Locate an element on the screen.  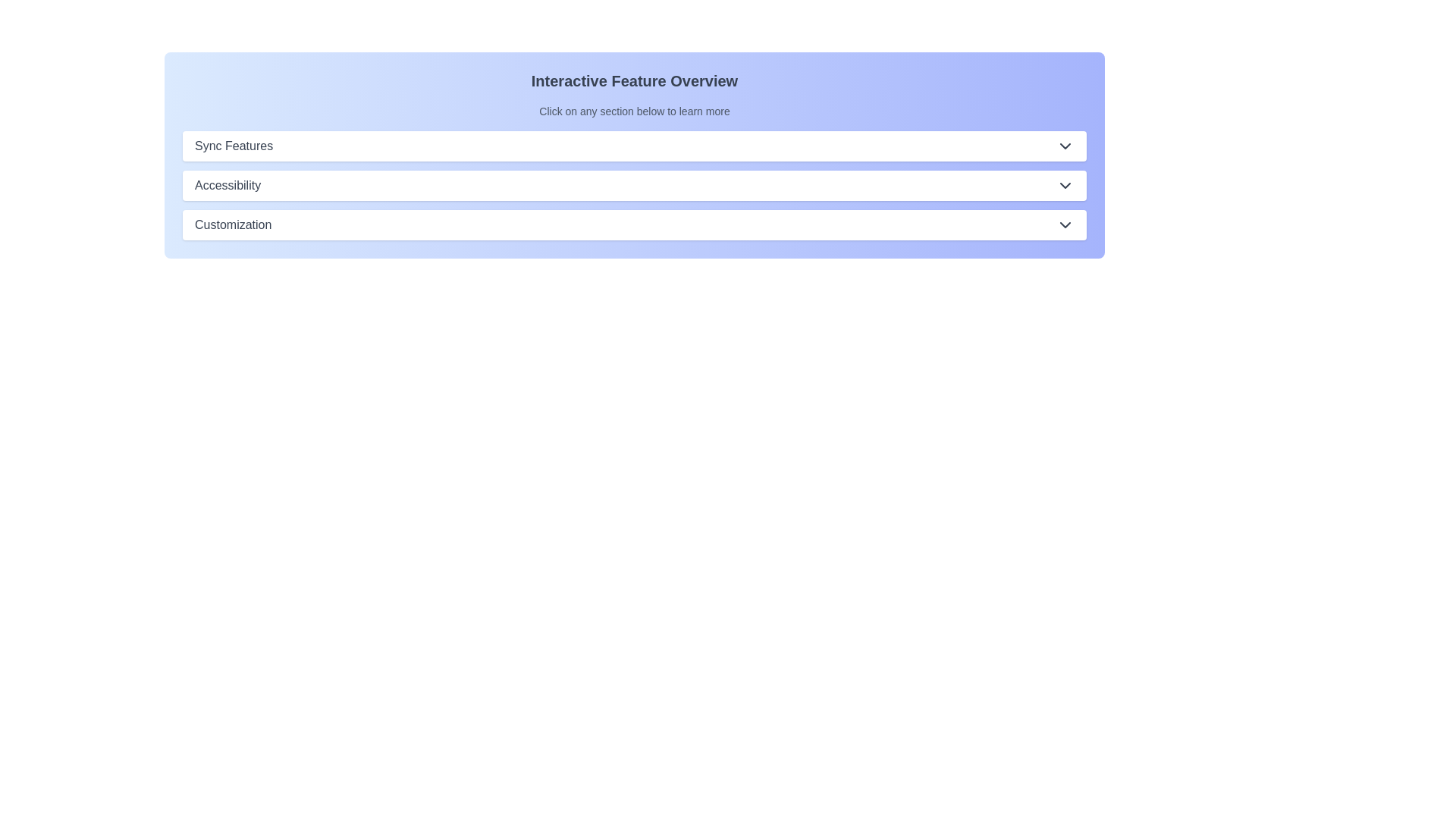
the chevron-down icon located on the rightmost side of the 'Customization' row, indicating dropdown functionality is located at coordinates (1065, 225).